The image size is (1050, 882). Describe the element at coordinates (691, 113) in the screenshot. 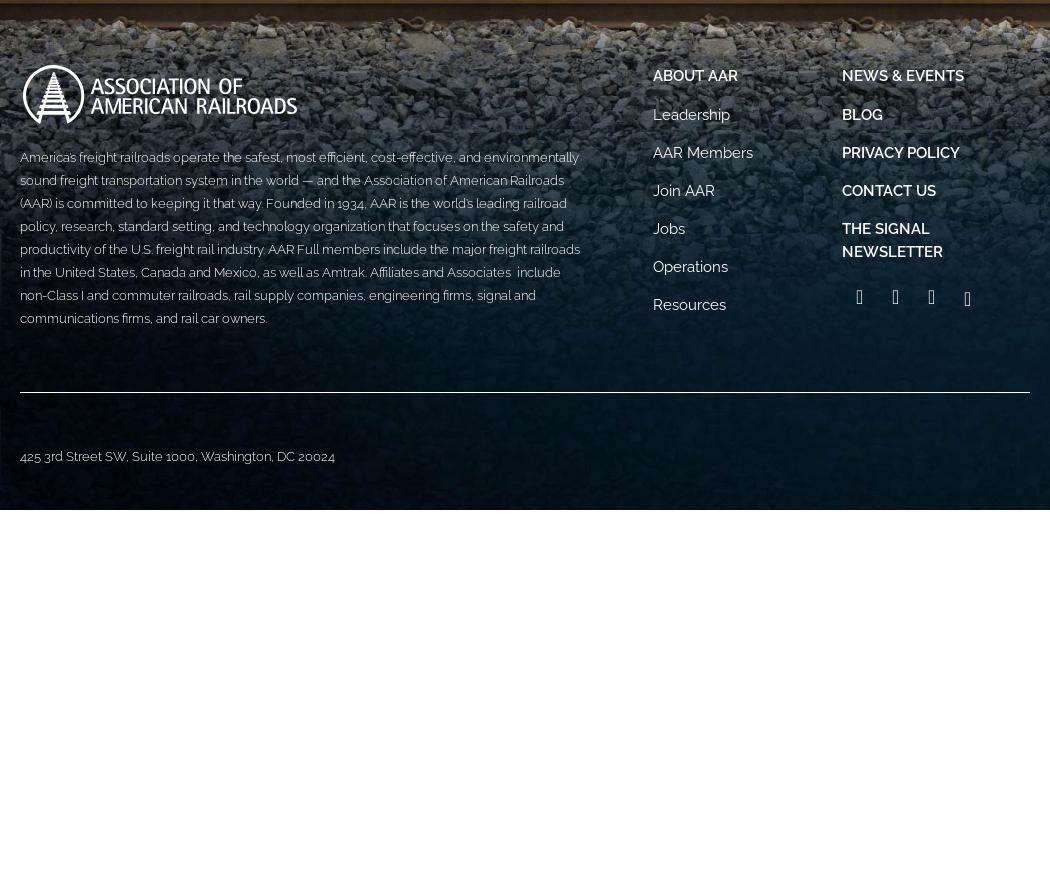

I see `'Leadership'` at that location.